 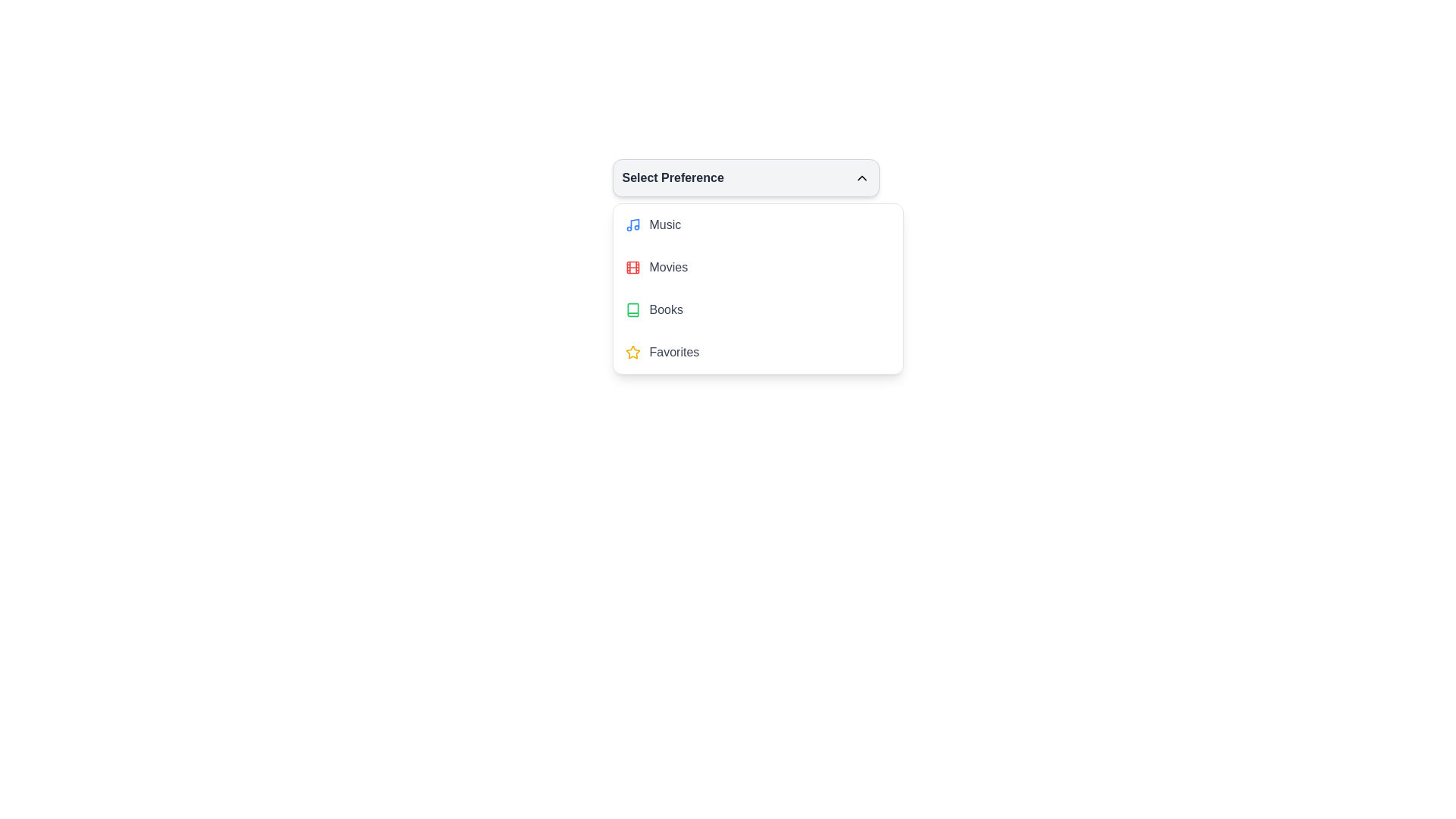 What do you see at coordinates (632, 267) in the screenshot?
I see `the 'Movies' Icon located to the left of the 'Movies' text label in the dropdown menu under 'Select Preference'` at bounding box center [632, 267].